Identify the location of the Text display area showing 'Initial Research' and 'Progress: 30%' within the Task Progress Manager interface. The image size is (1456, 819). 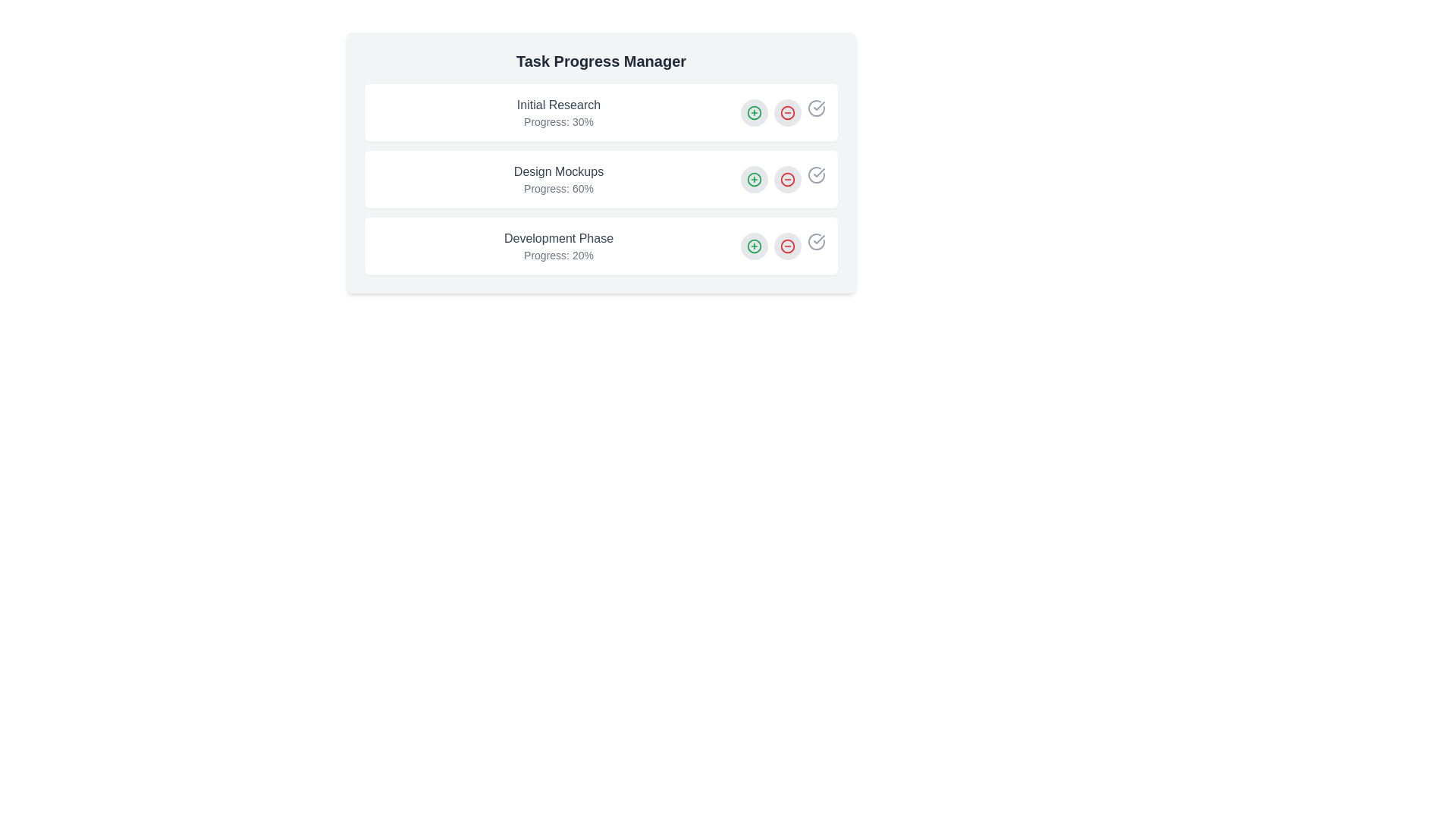
(558, 112).